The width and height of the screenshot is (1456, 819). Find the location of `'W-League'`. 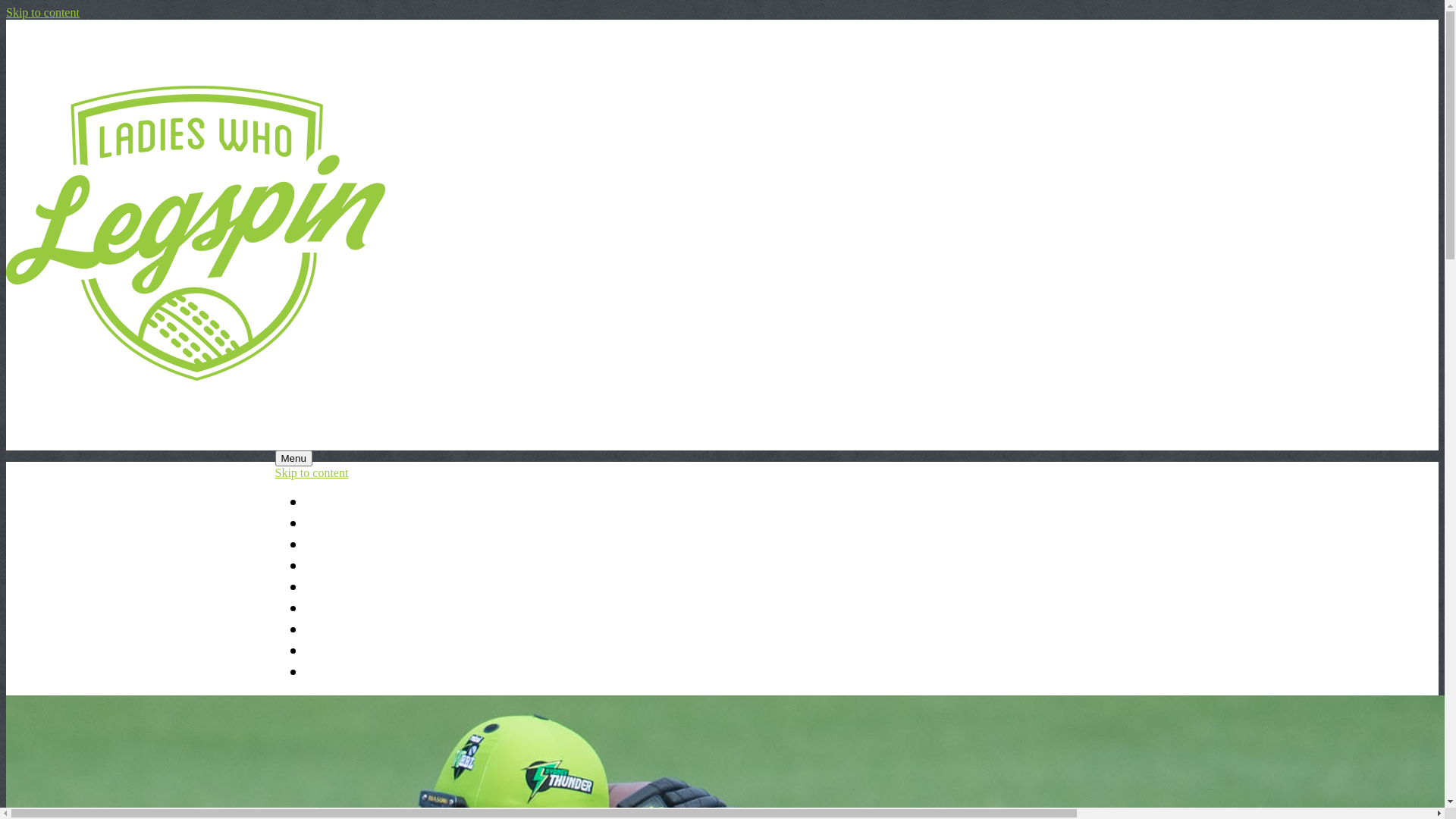

'W-League' is located at coordinates (337, 607).